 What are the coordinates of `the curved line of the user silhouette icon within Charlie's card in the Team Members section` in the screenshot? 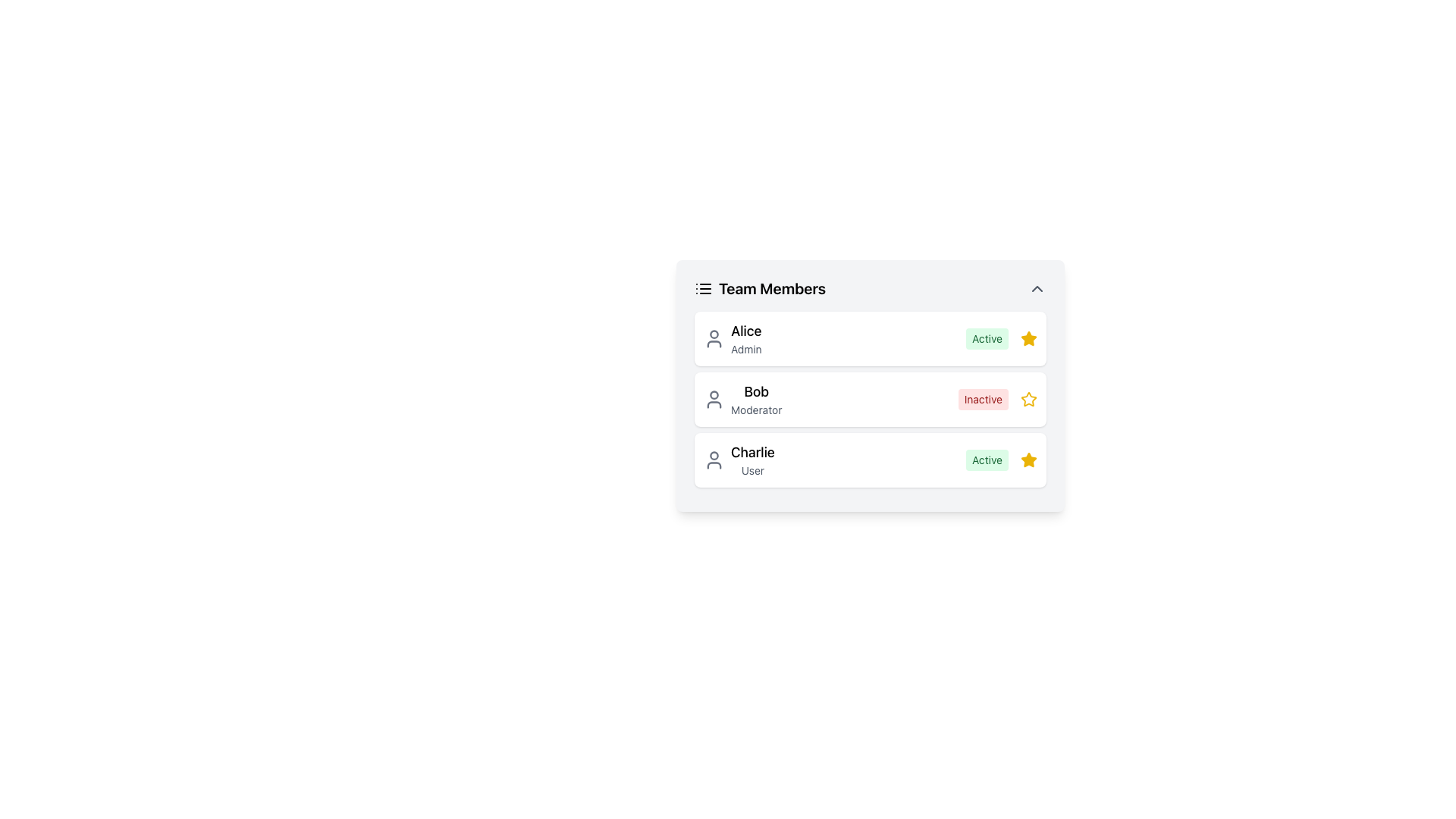 It's located at (713, 464).